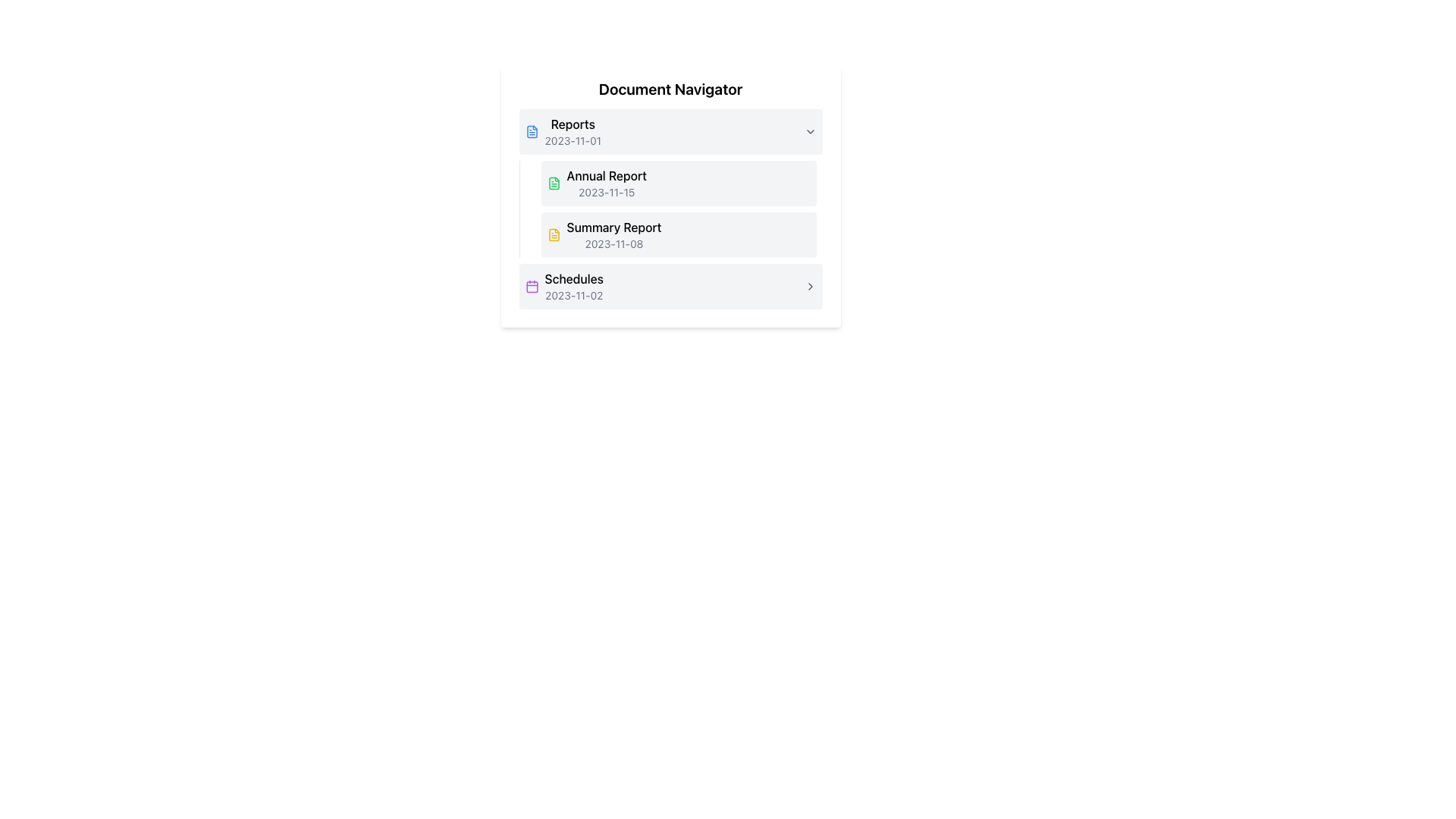  Describe the element at coordinates (670, 130) in the screenshot. I see `the first interactive list item labeled 'Reports'` at that location.